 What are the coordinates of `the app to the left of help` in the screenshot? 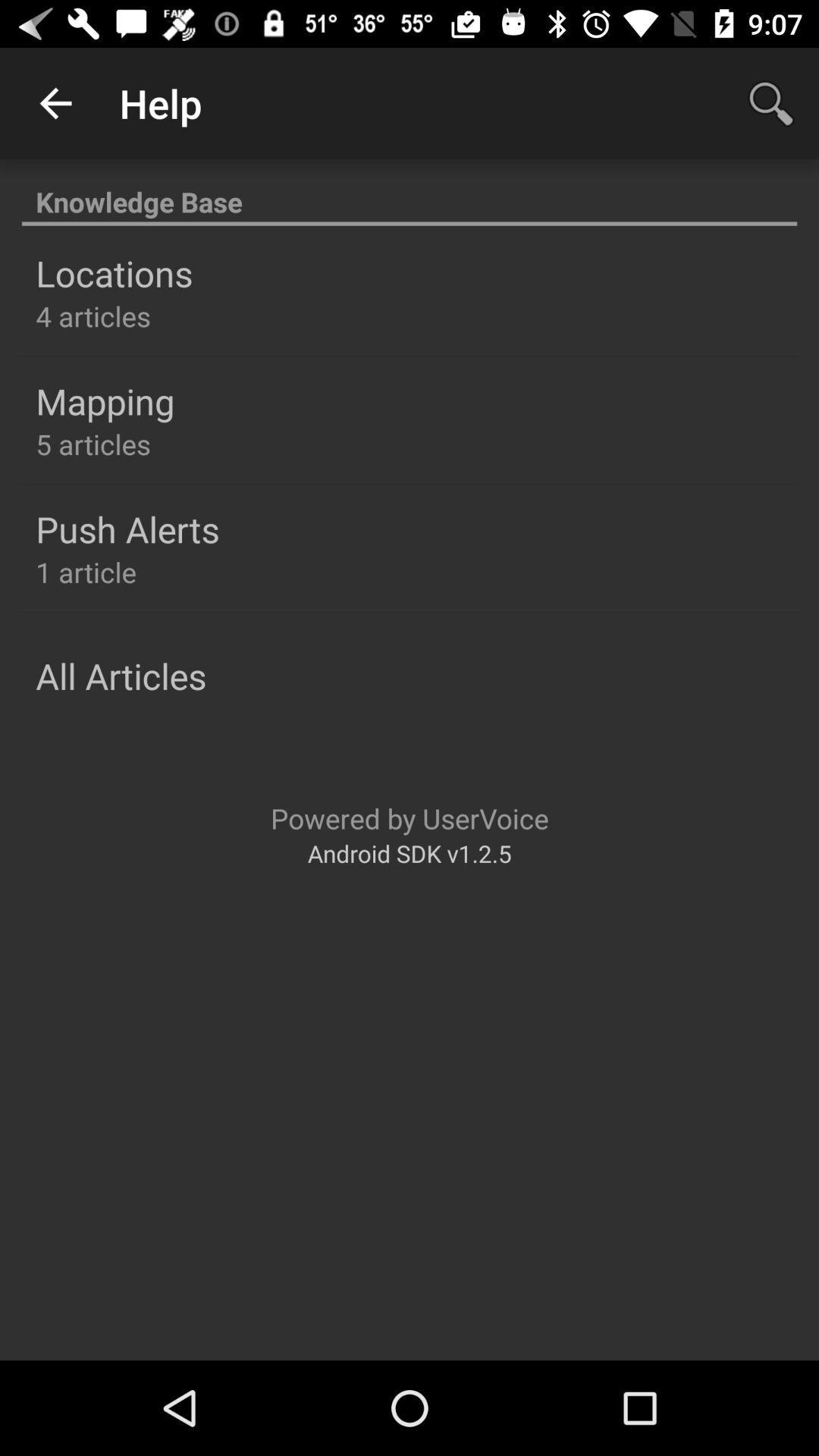 It's located at (55, 102).